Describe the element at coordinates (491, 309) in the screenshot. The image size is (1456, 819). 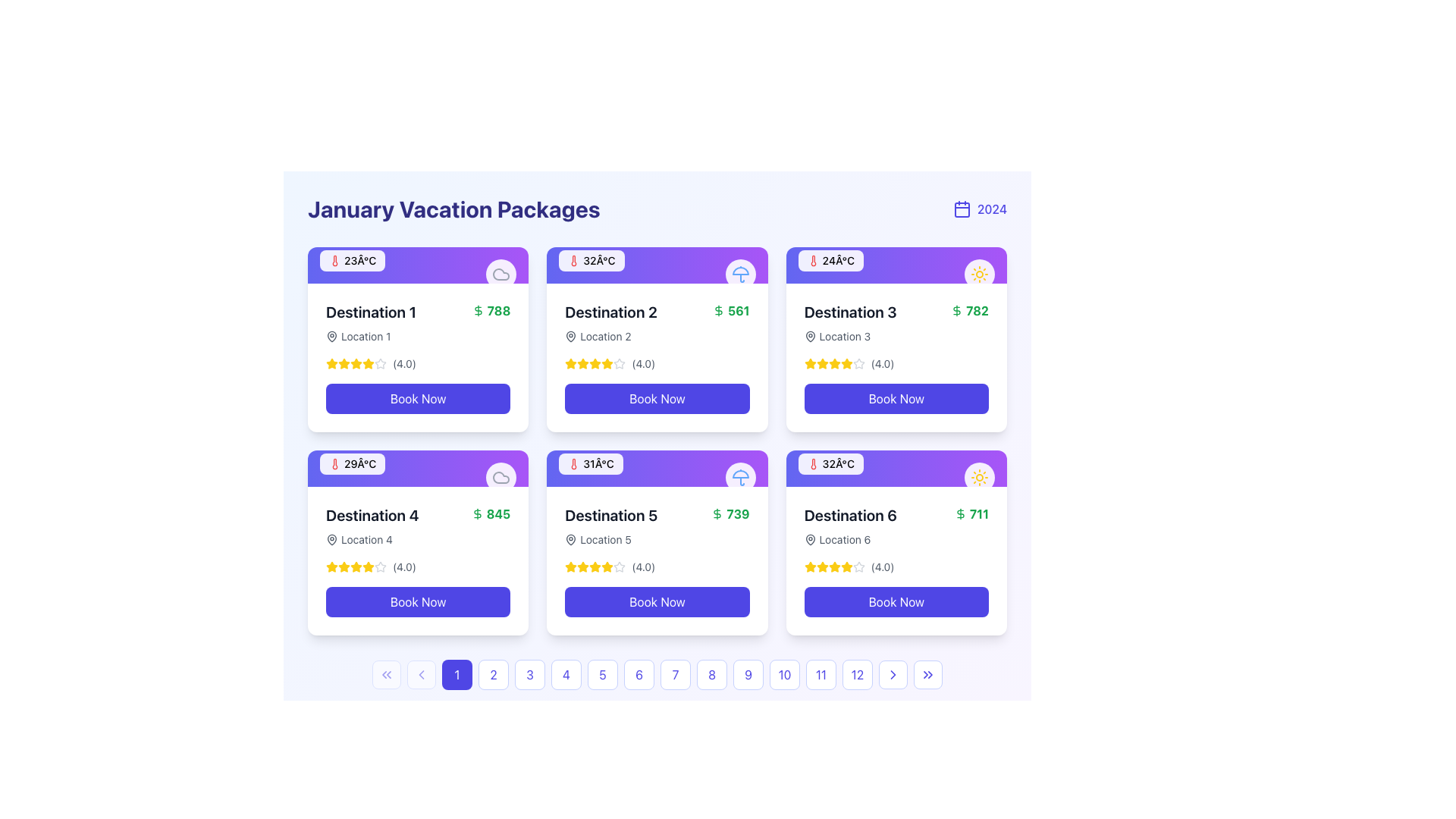
I see `price value from the Price indicator which displays a dollar sign icon followed by the bold green text '788' in the top-right corner of the card for 'Destination 1'` at that location.